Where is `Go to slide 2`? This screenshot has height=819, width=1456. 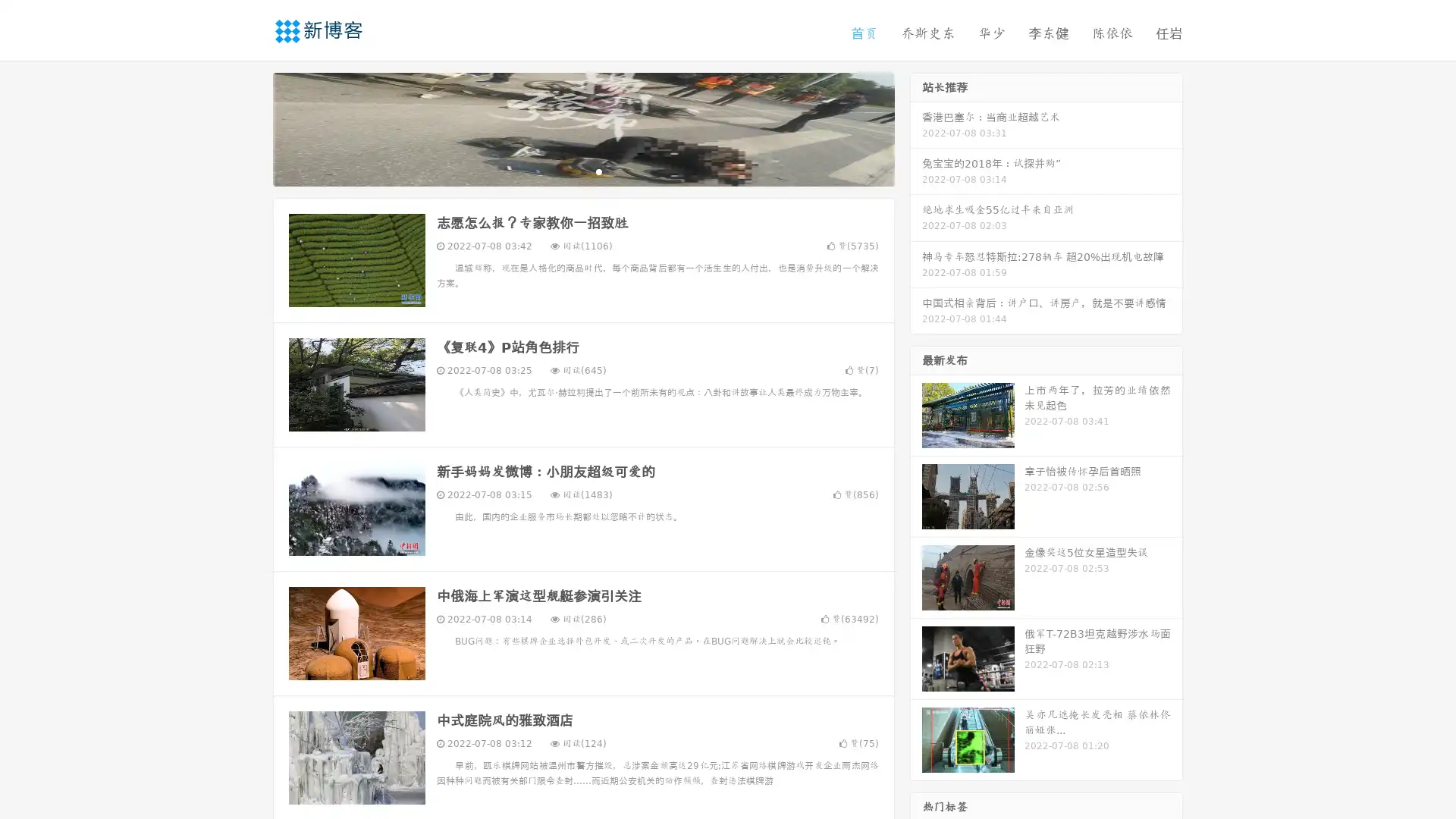
Go to slide 2 is located at coordinates (582, 171).